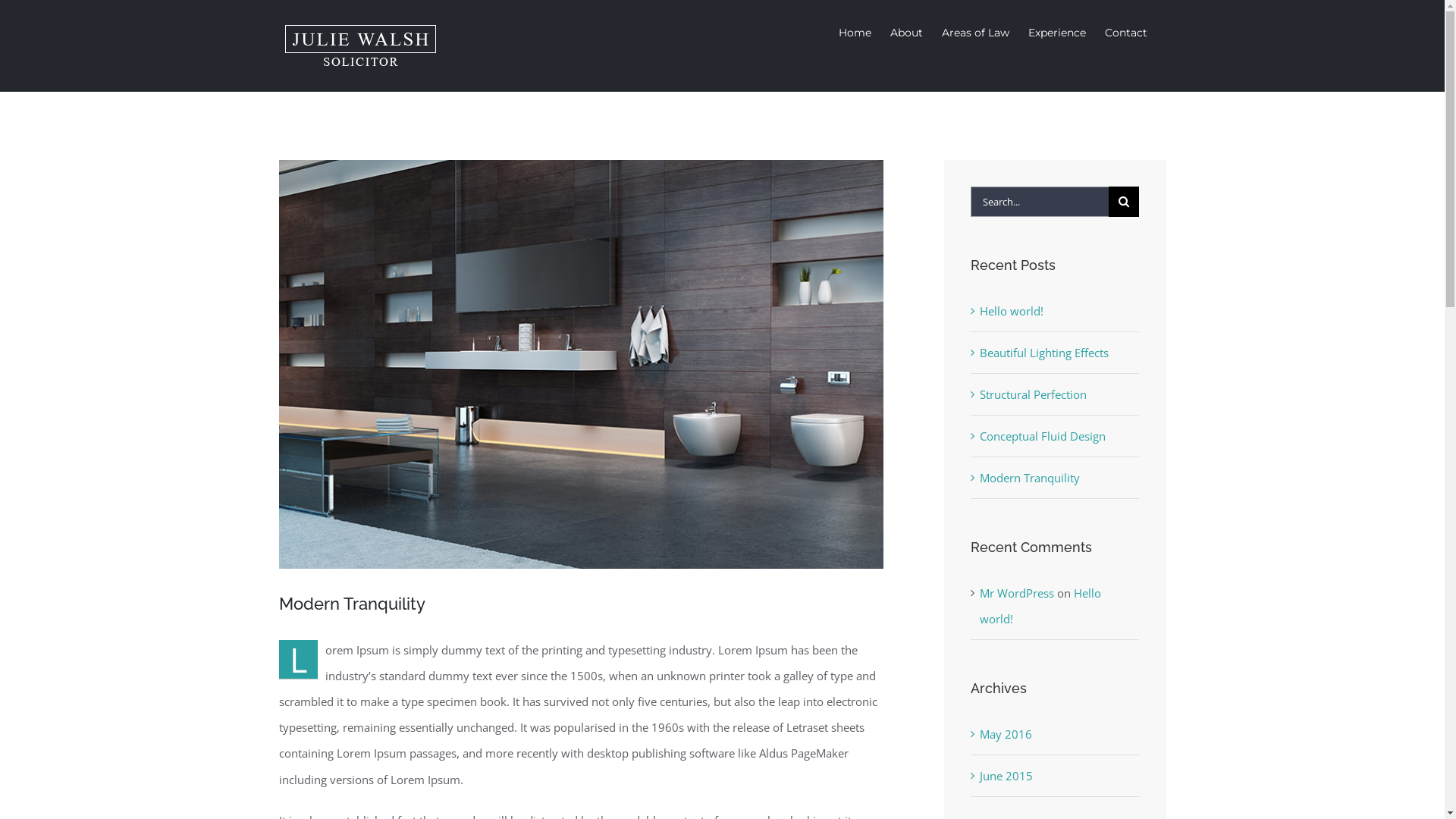 The width and height of the screenshot is (1456, 819). What do you see at coordinates (1125, 32) in the screenshot?
I see `'Contact'` at bounding box center [1125, 32].